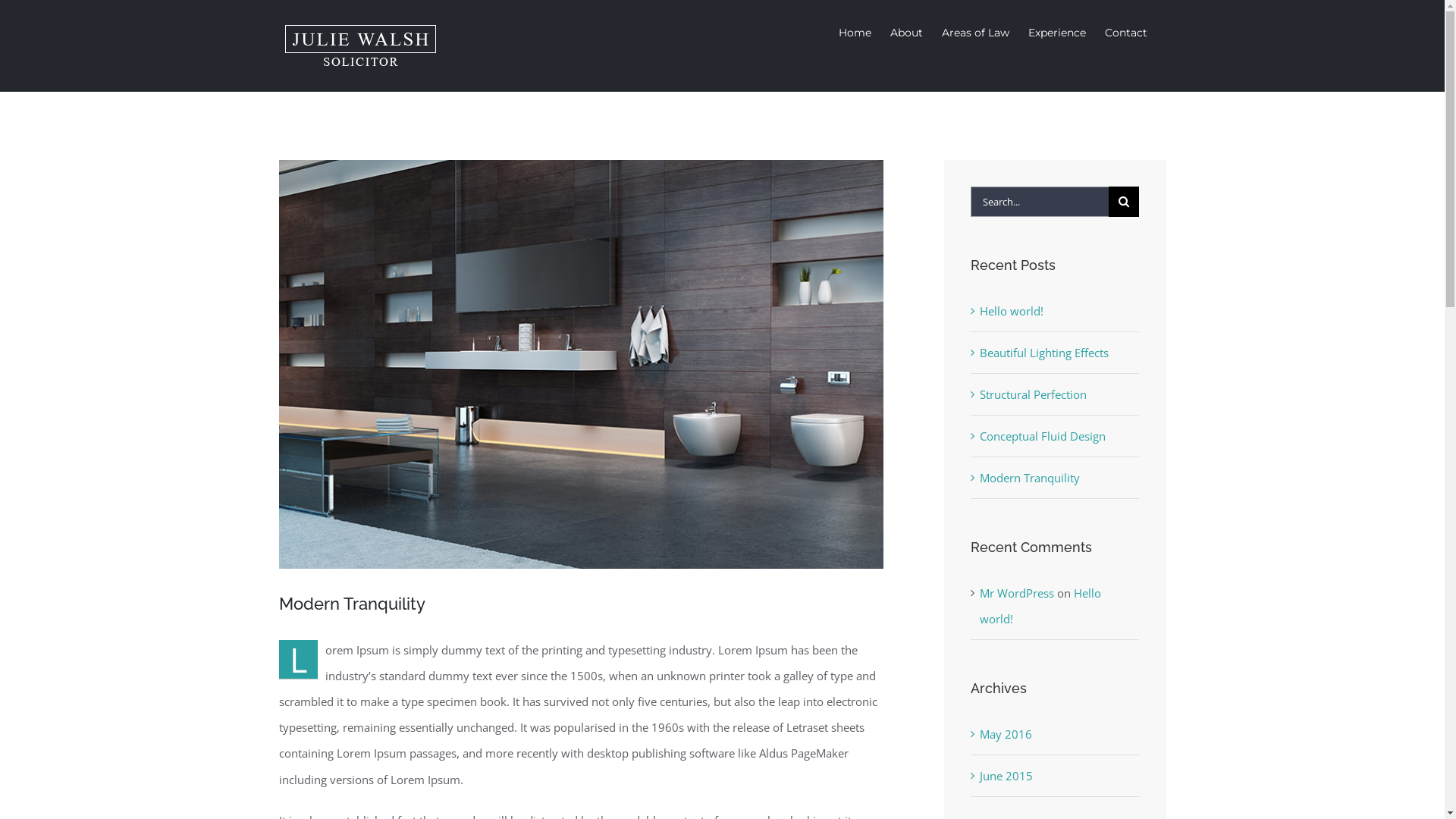 The width and height of the screenshot is (1456, 819). What do you see at coordinates (1125, 32) in the screenshot?
I see `'Contact'` at bounding box center [1125, 32].